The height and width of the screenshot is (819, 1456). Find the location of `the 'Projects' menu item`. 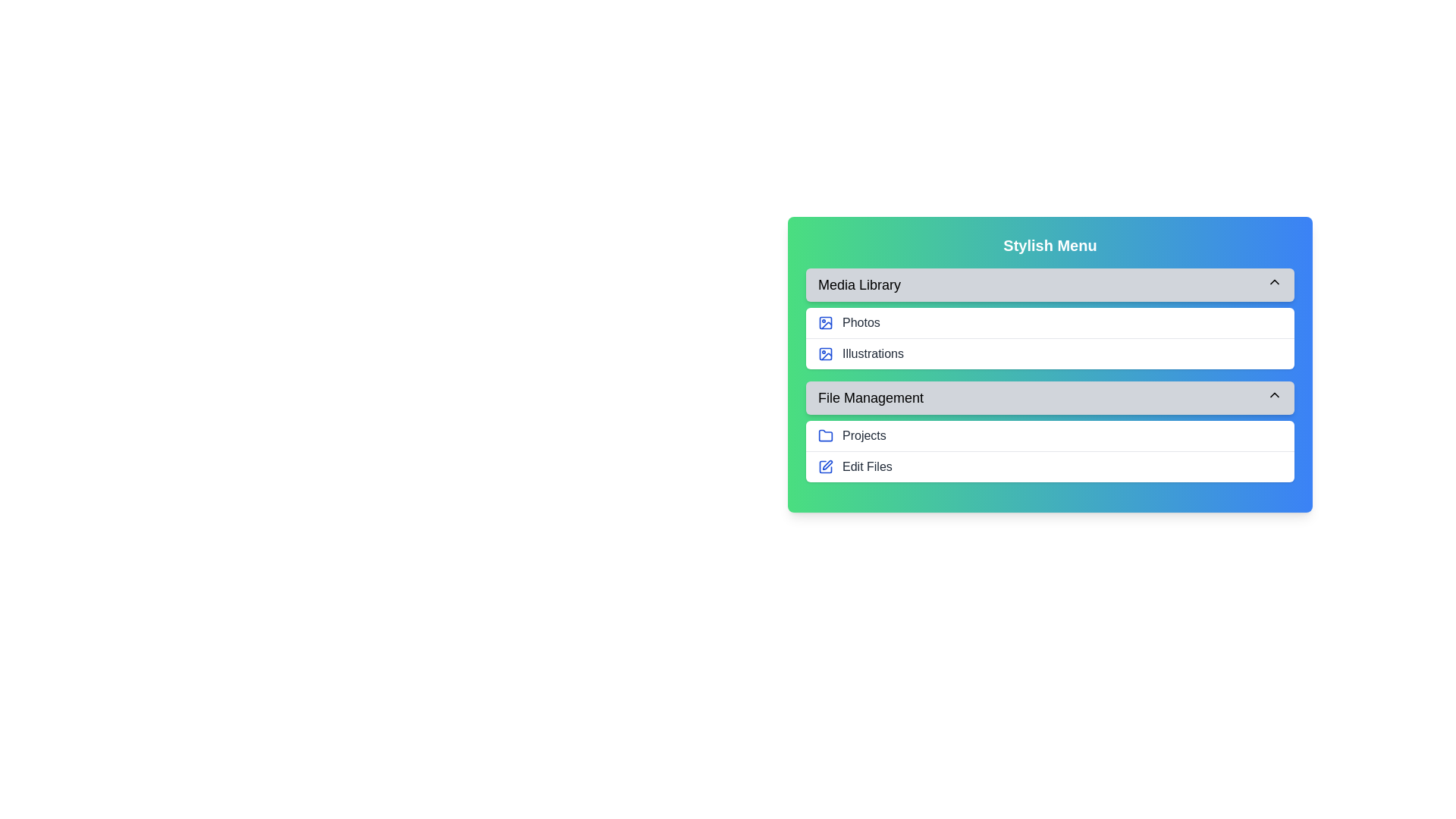

the 'Projects' menu item is located at coordinates (864, 435).